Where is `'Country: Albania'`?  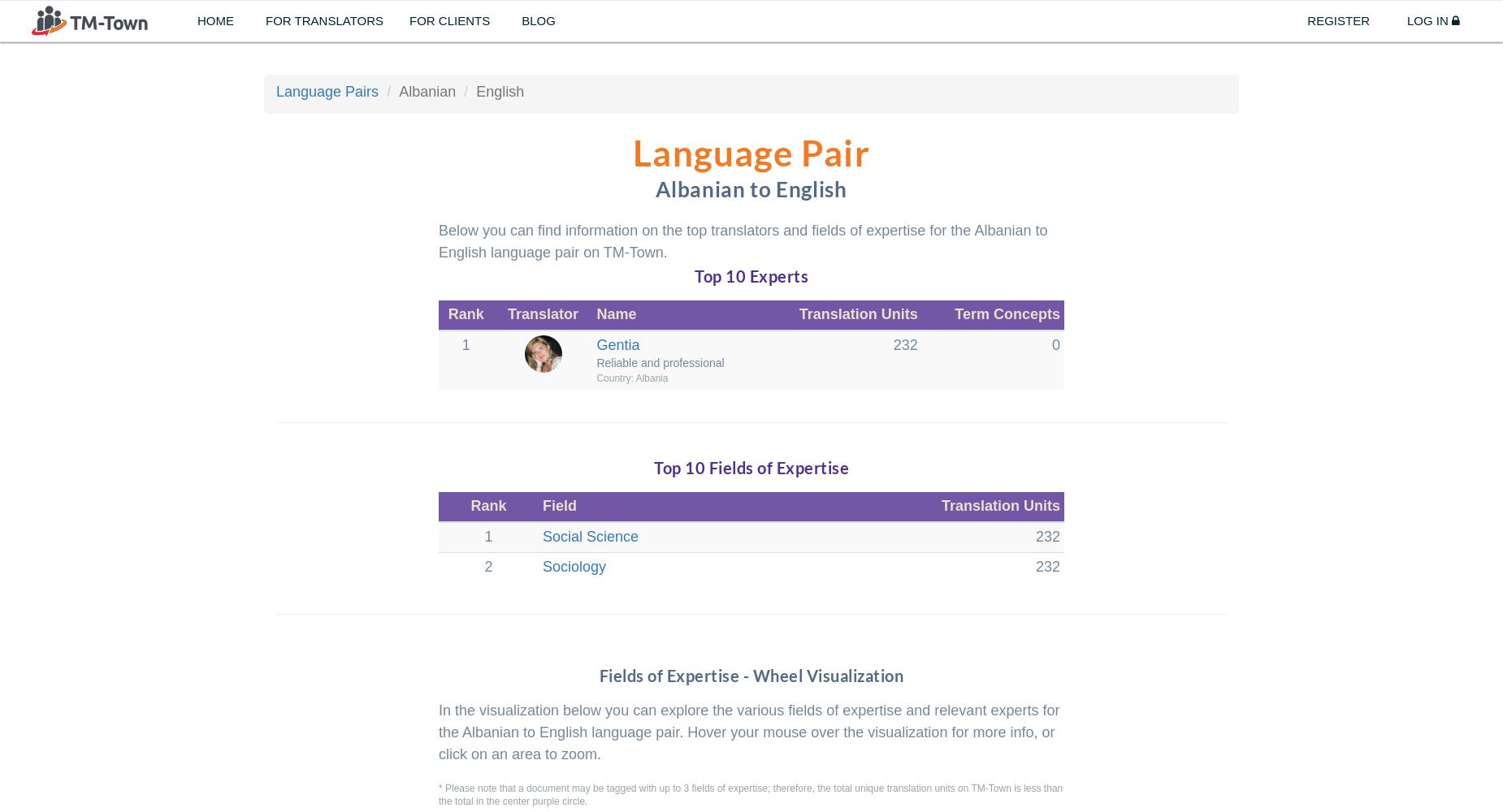 'Country: Albania' is located at coordinates (596, 377).